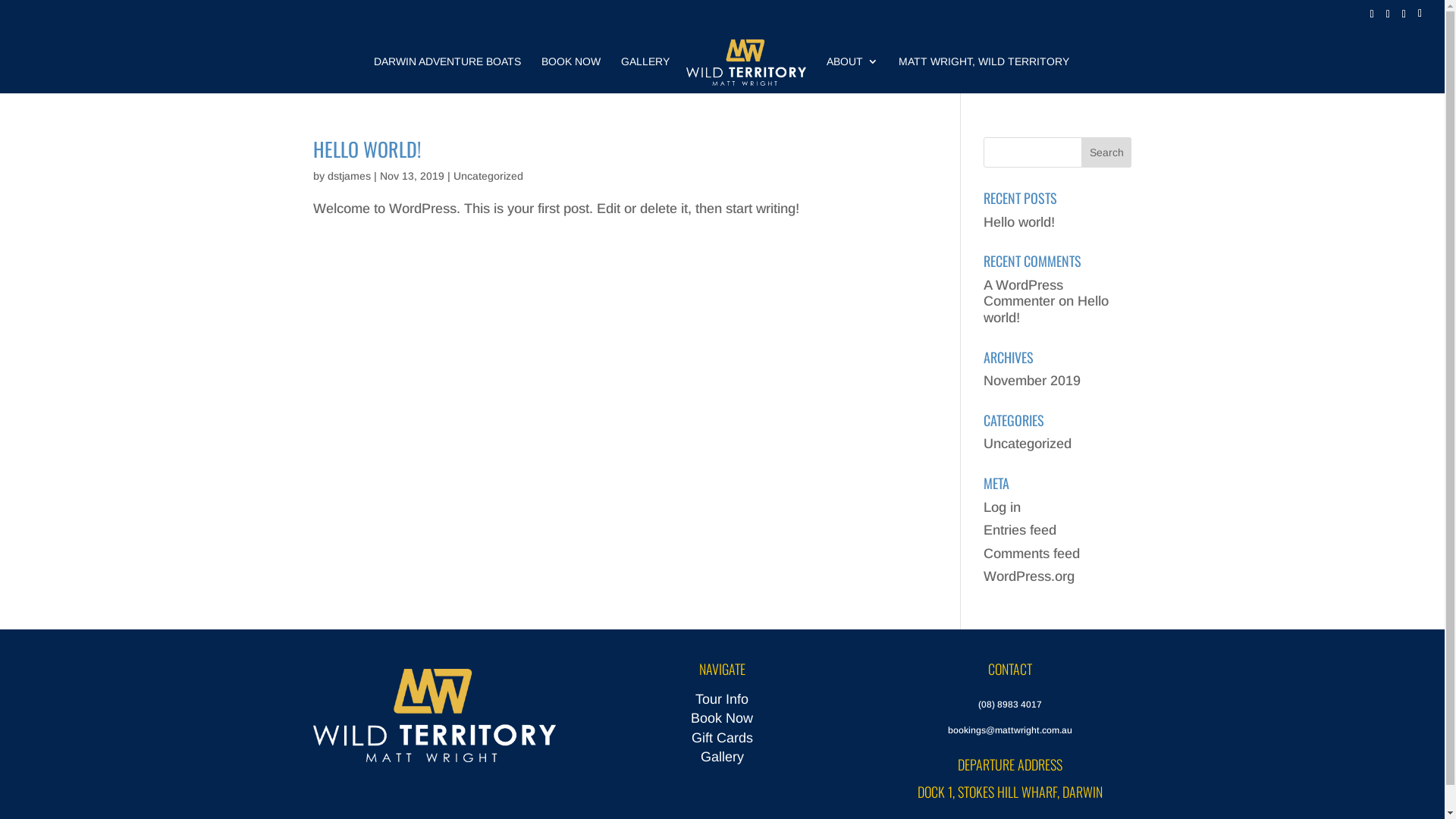 The image size is (1456, 819). Describe the element at coordinates (1106, 152) in the screenshot. I see `'Search'` at that location.